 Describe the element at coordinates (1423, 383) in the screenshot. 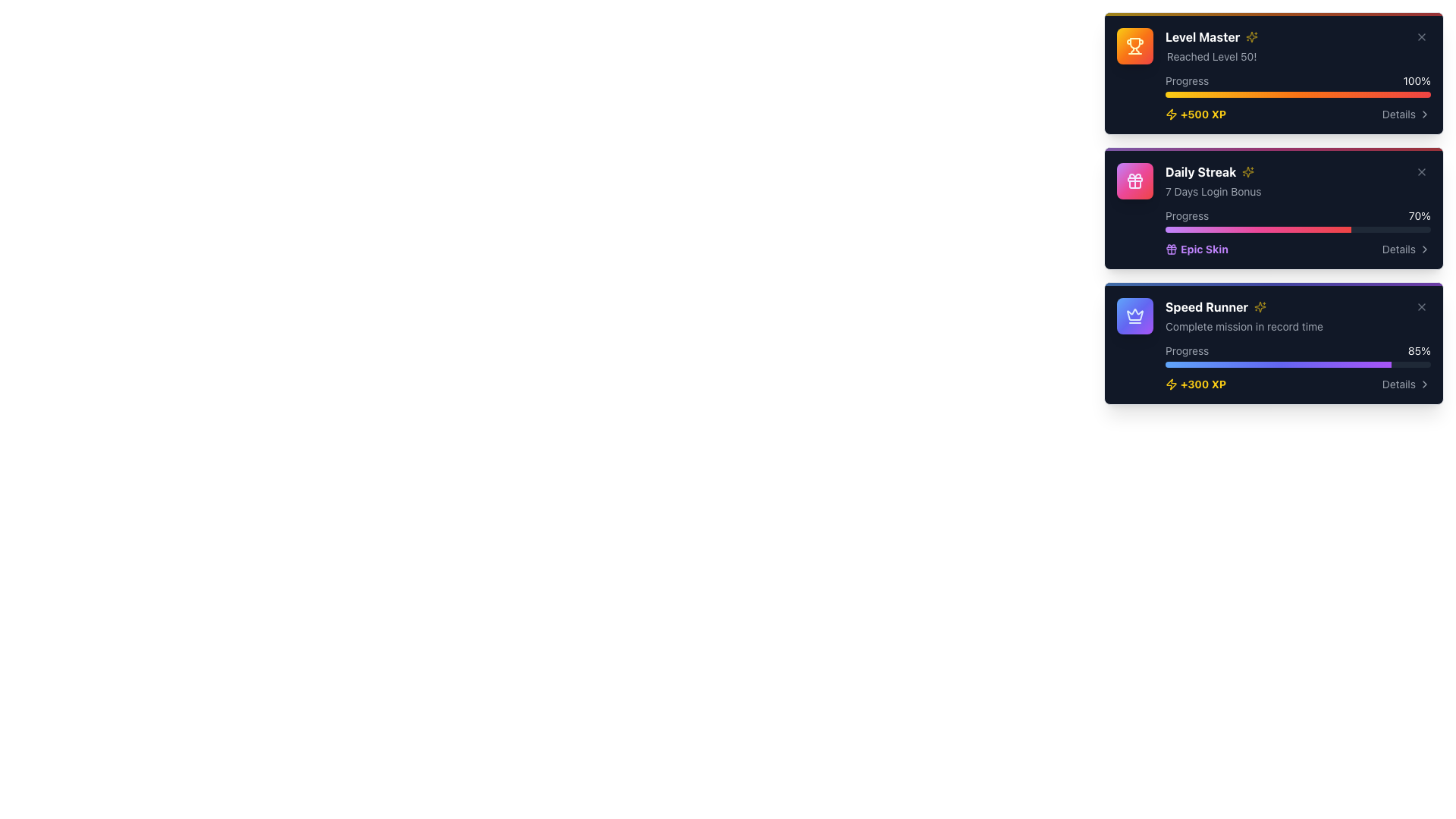

I see `the right-facing chevron icon located in the 'Details' section of the 'Speed Runner' card to get visual feedback` at that location.